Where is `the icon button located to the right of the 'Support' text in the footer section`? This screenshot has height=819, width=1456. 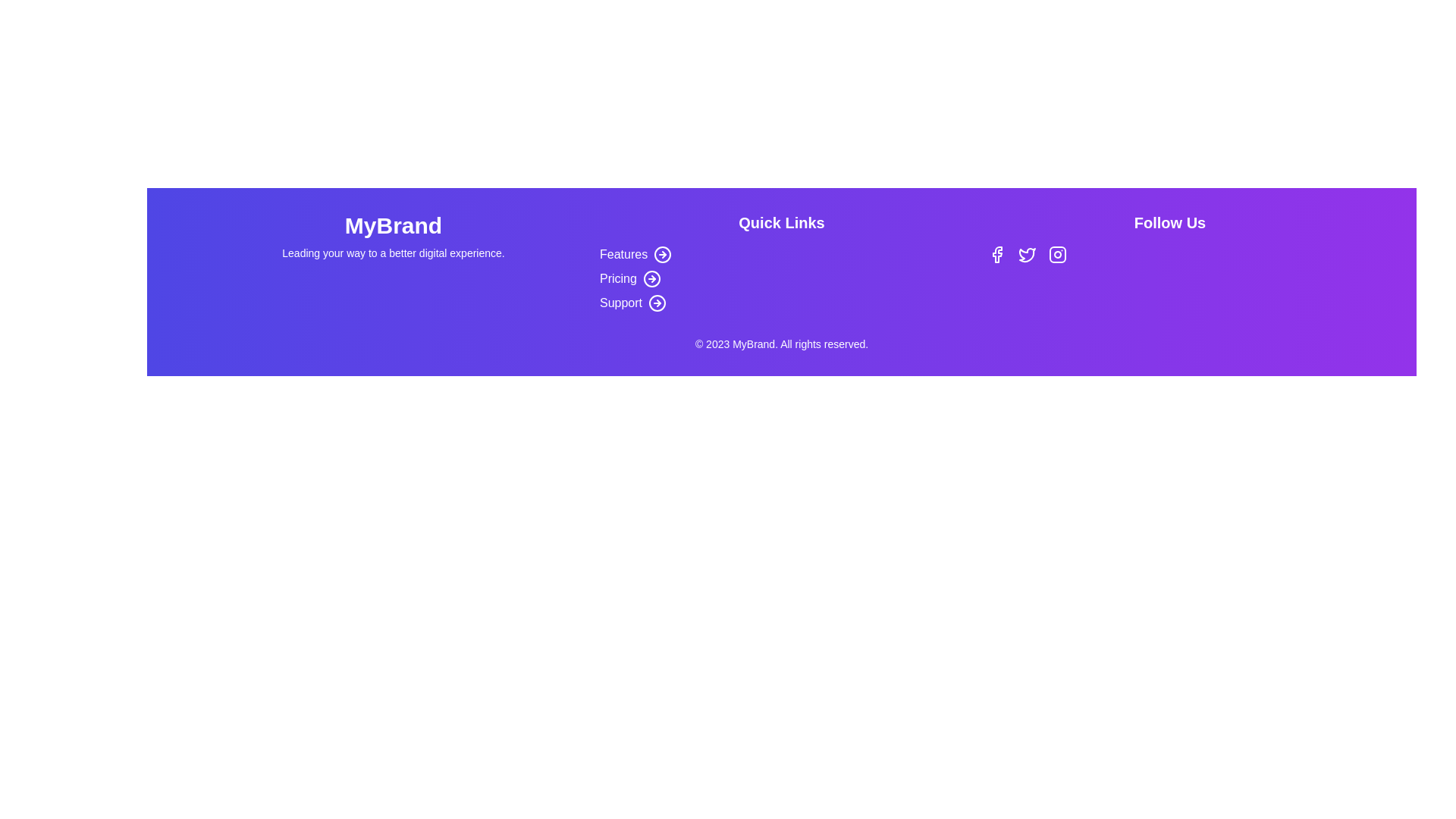 the icon button located to the right of the 'Support' text in the footer section is located at coordinates (657, 303).